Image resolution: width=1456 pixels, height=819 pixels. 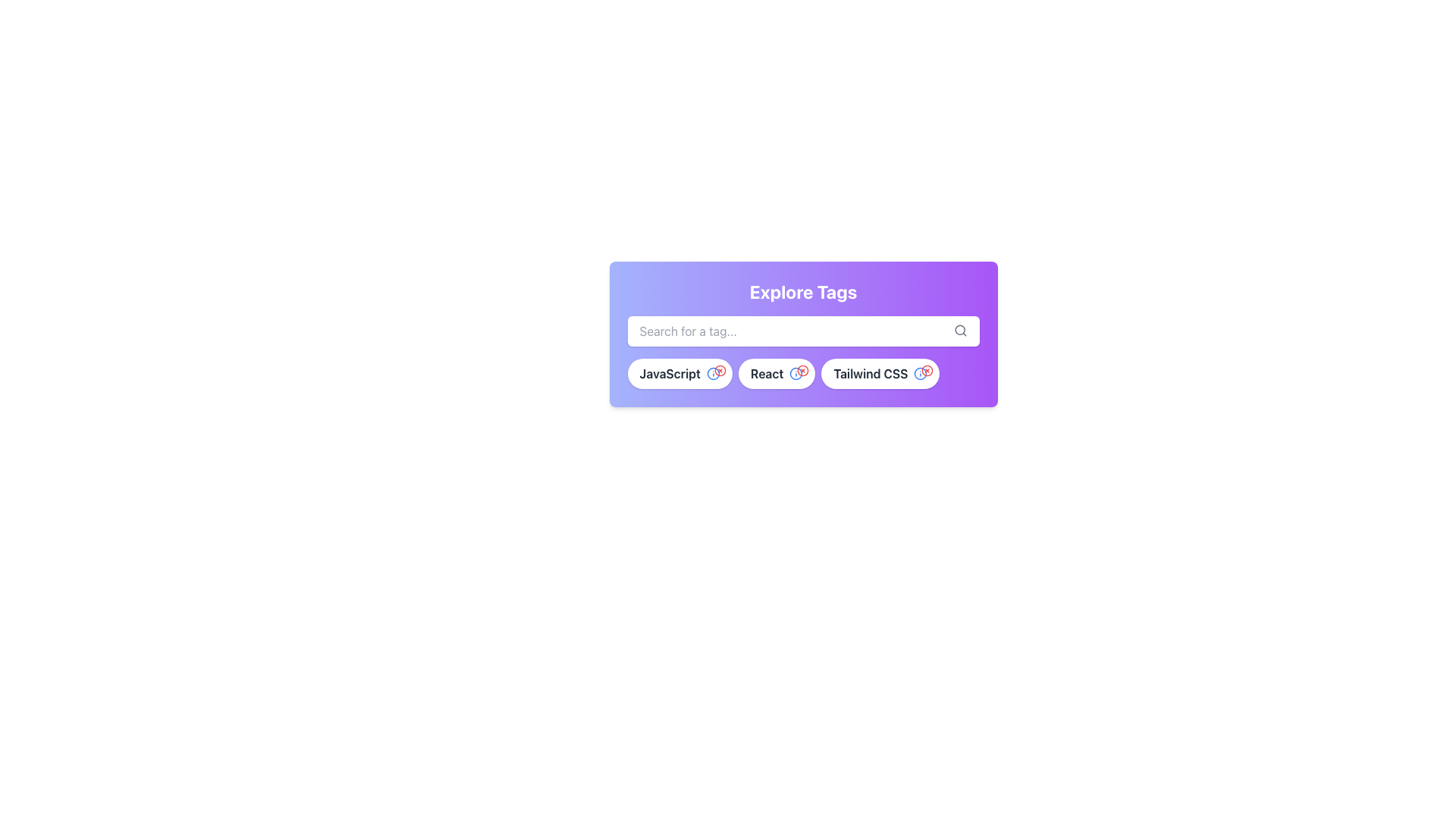 I want to click on the informational icon located immediately to the right of the 'Tailwind CSS' text, so click(x=920, y=374).